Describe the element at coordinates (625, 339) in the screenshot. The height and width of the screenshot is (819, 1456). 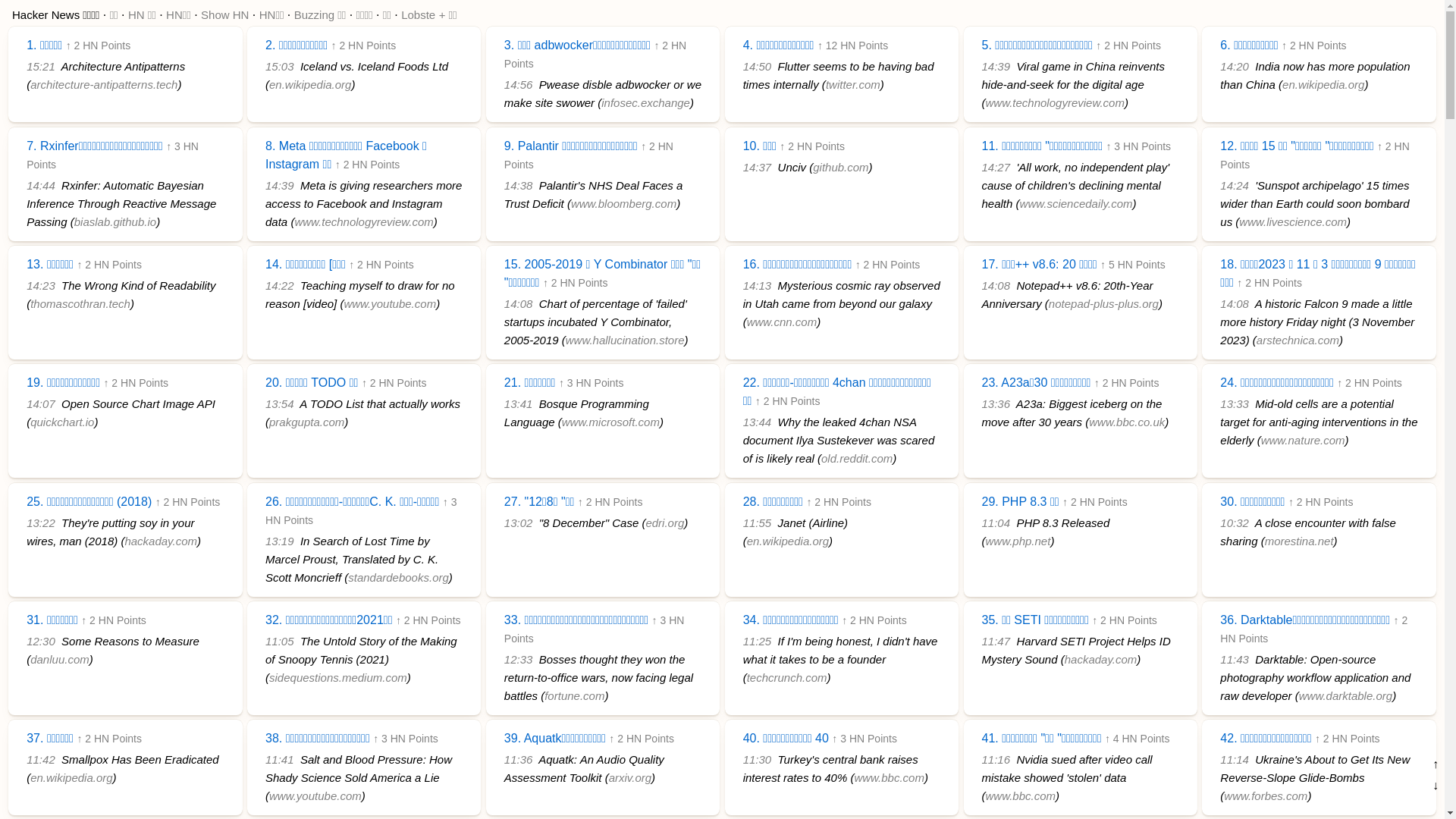
I see `'www.hallucination.store'` at that location.